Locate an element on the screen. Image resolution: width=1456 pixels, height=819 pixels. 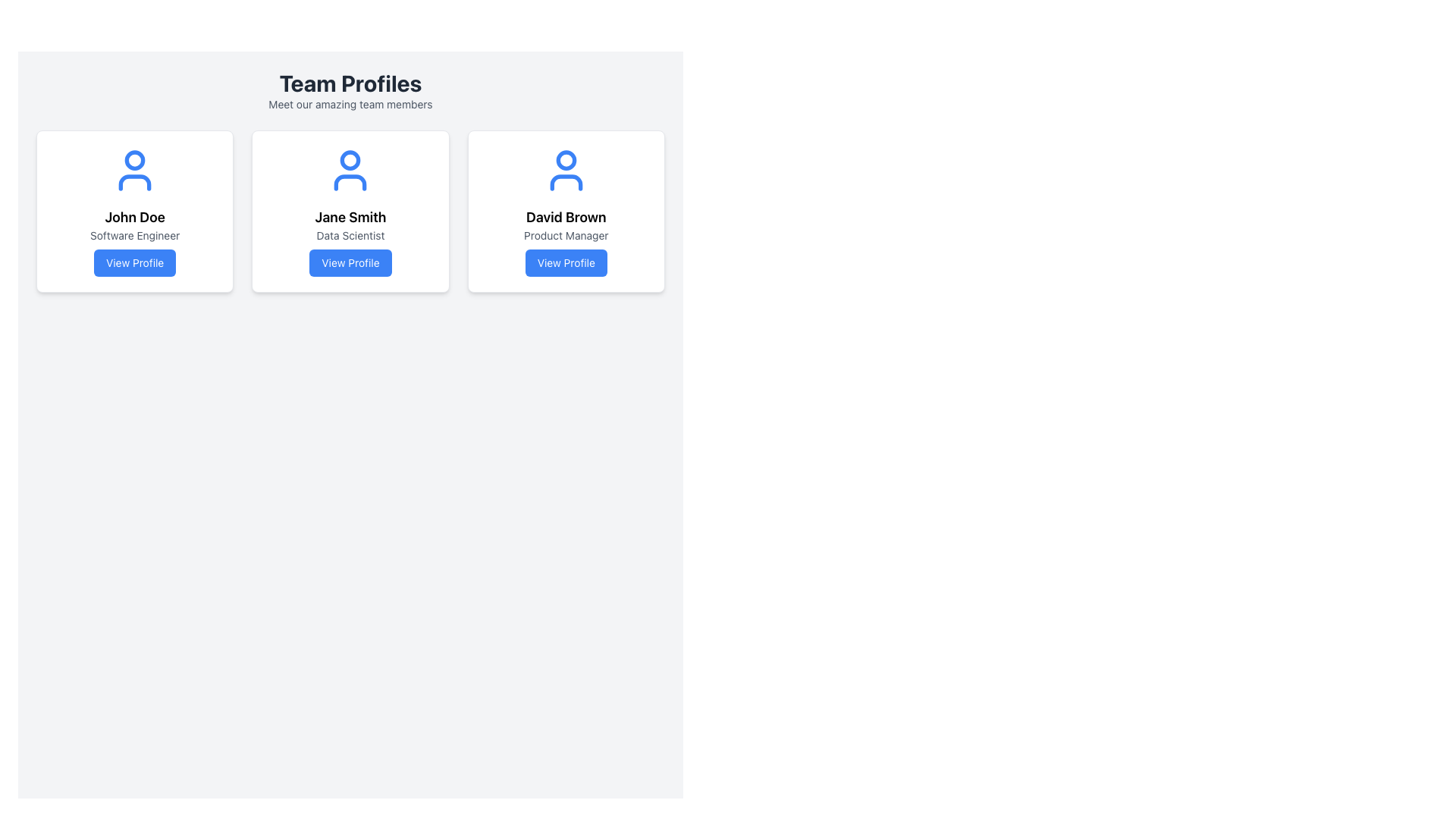
the graphical icon component (circle) representing John Doe in the 'Team Profiles' section, located in the top-left card is located at coordinates (135, 160).